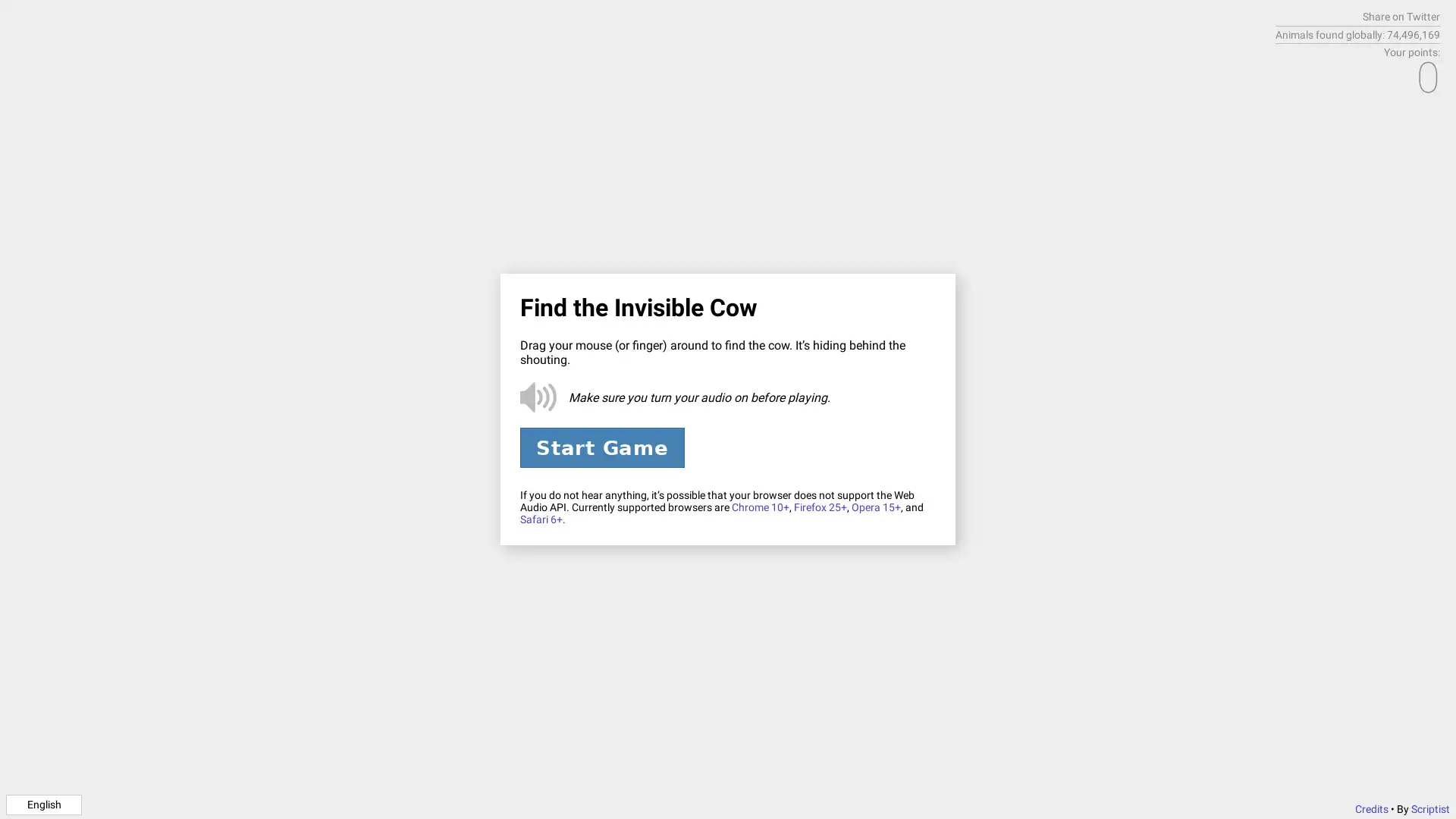  I want to click on Start Game, so click(601, 447).